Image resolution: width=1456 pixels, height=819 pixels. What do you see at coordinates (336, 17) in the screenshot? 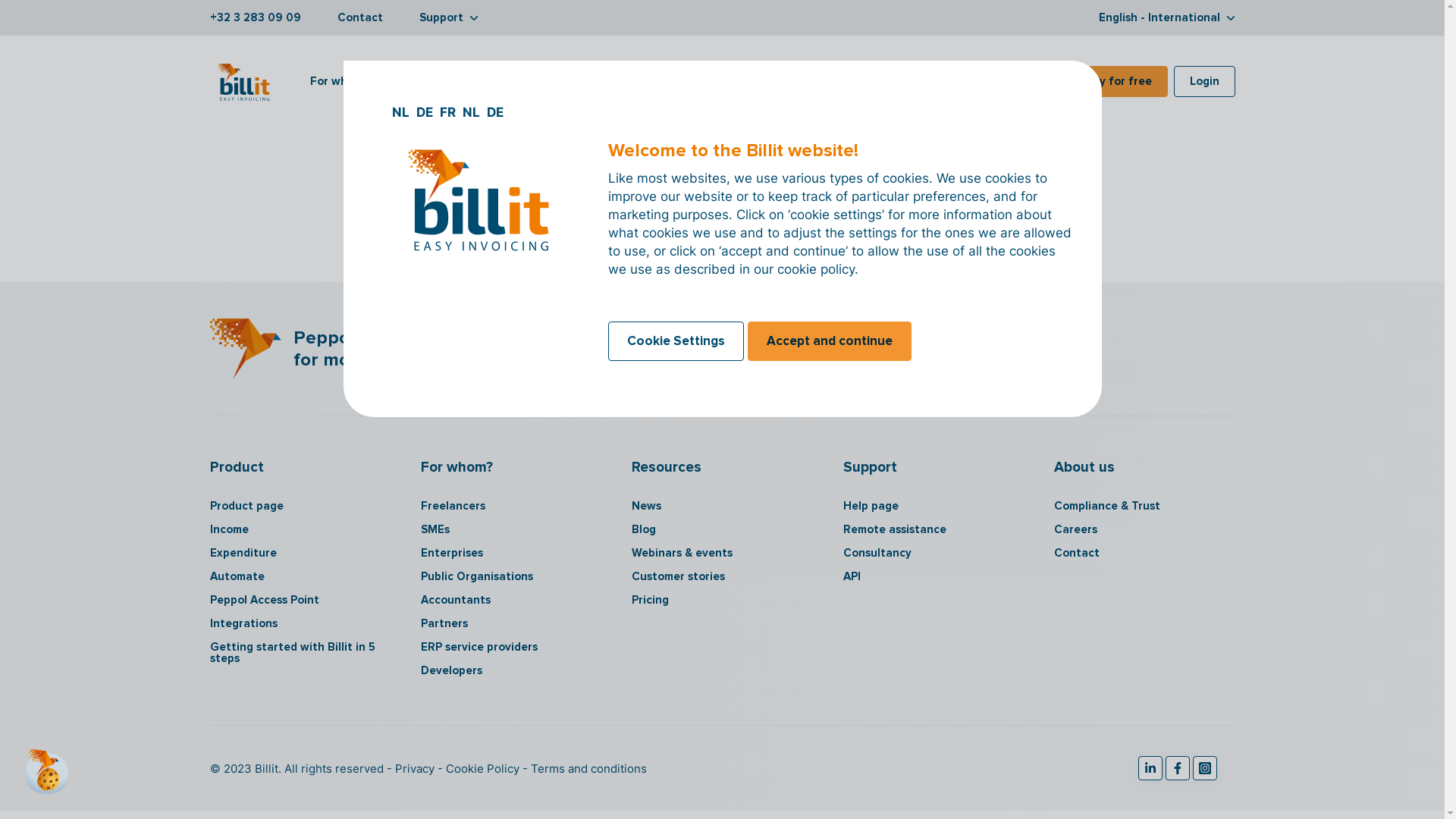
I see `'Contact'` at bounding box center [336, 17].